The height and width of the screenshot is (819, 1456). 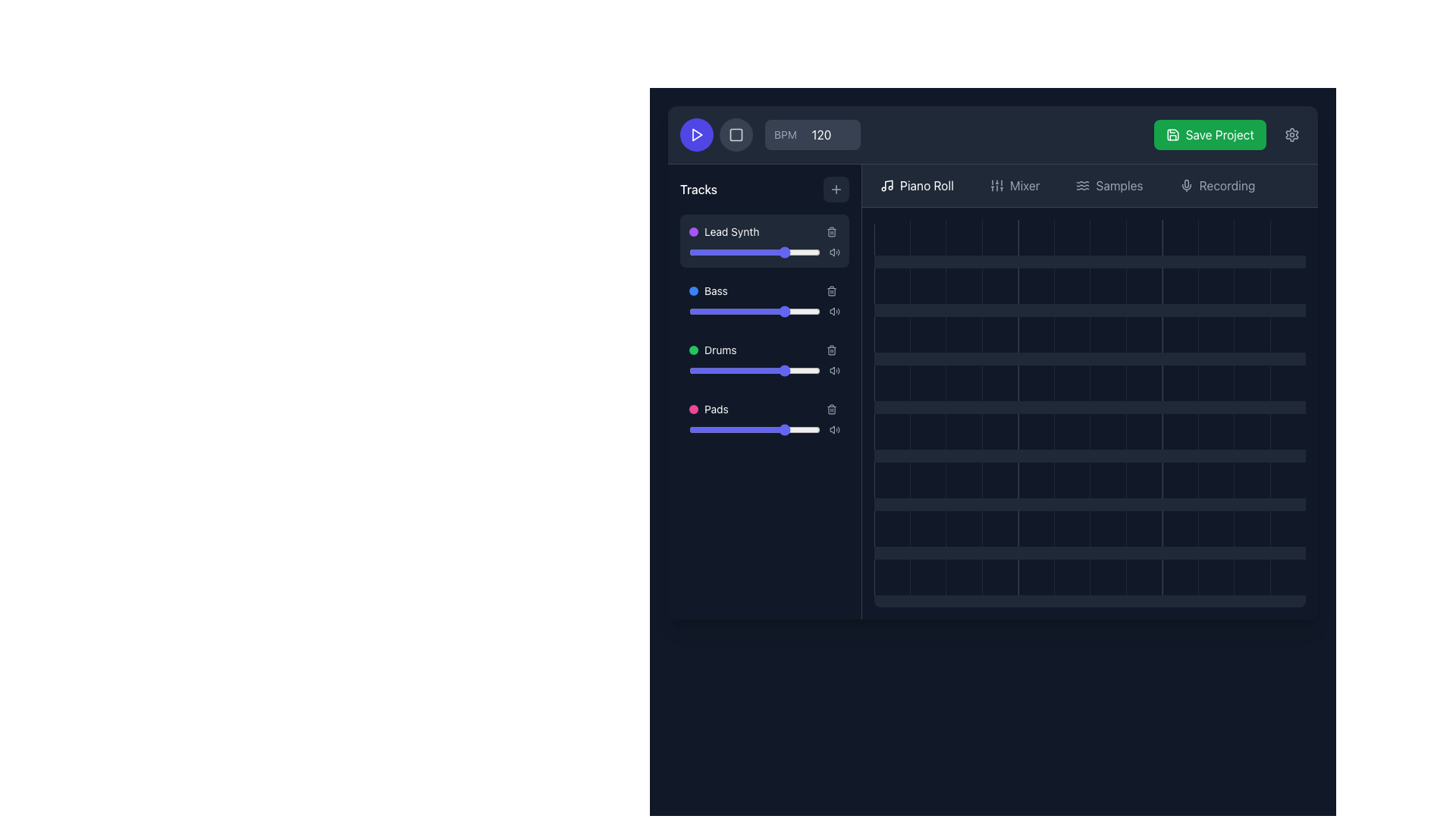 I want to click on the small circular blue indicator positioned to the left of the text 'Bass' in the Tracks section of the UI, so click(x=693, y=291).